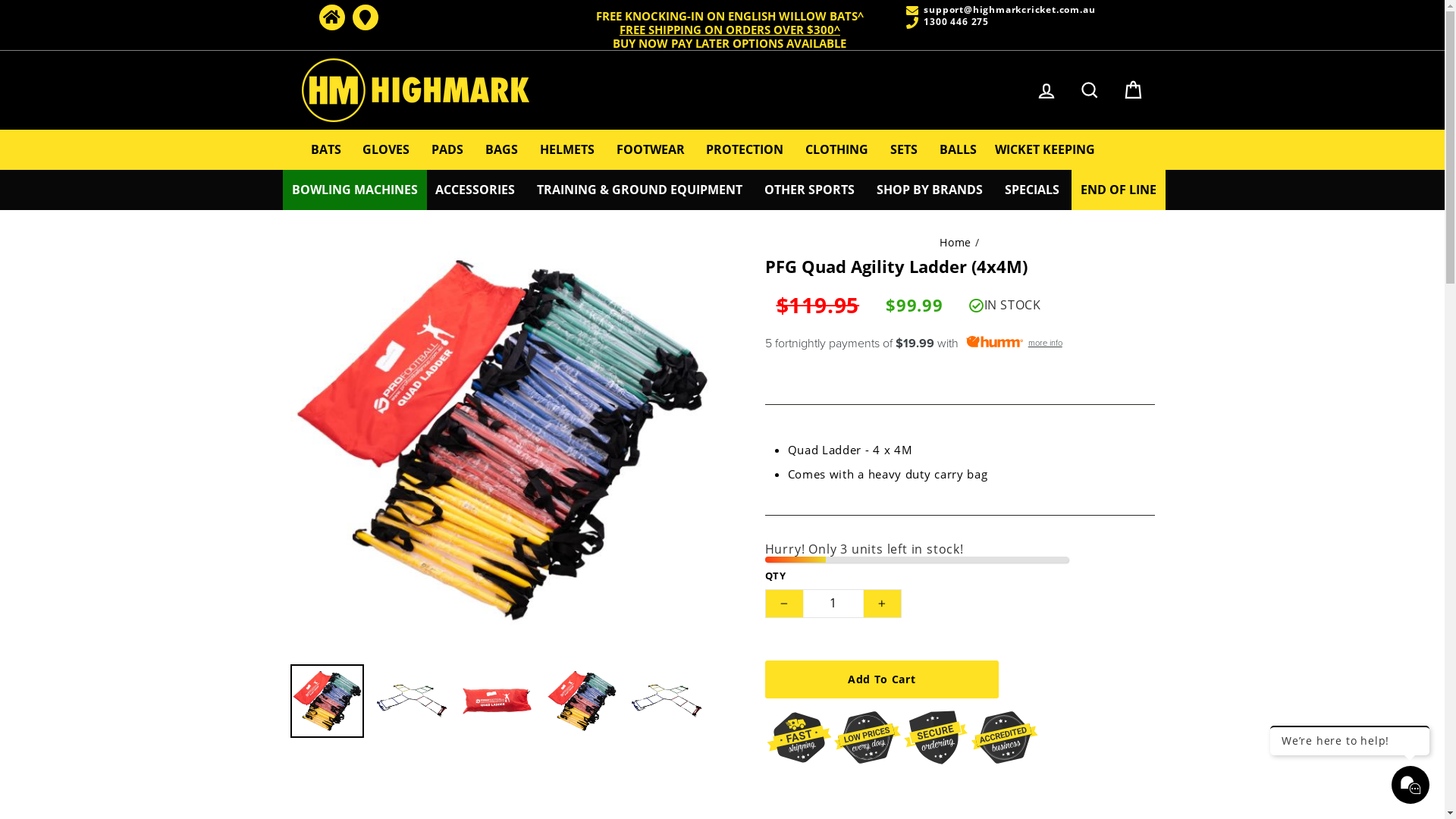  What do you see at coordinates (1088, 90) in the screenshot?
I see `'SEARCH'` at bounding box center [1088, 90].